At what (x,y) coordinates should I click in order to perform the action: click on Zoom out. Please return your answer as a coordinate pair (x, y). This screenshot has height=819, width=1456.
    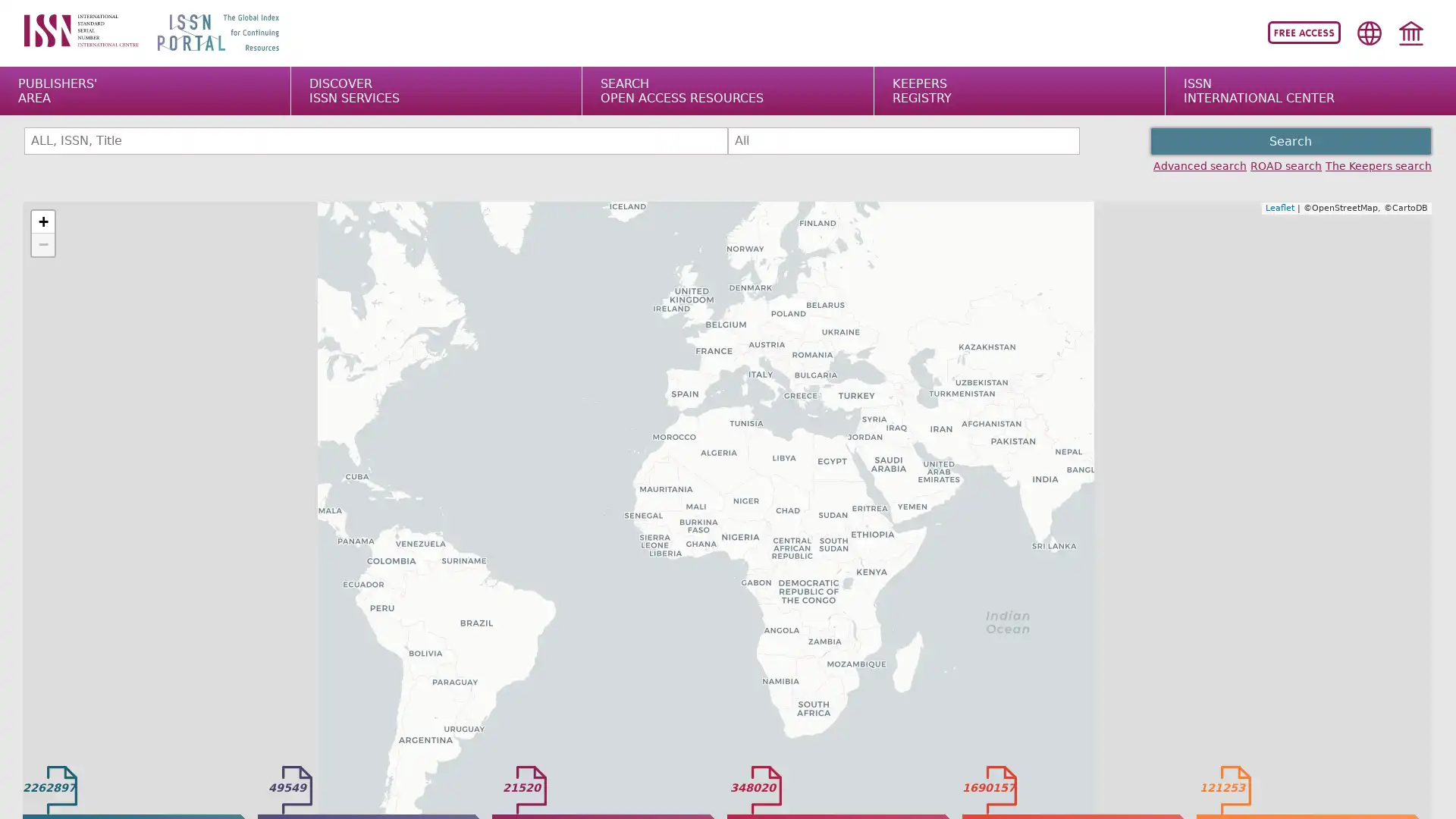
    Looking at the image, I should click on (43, 244).